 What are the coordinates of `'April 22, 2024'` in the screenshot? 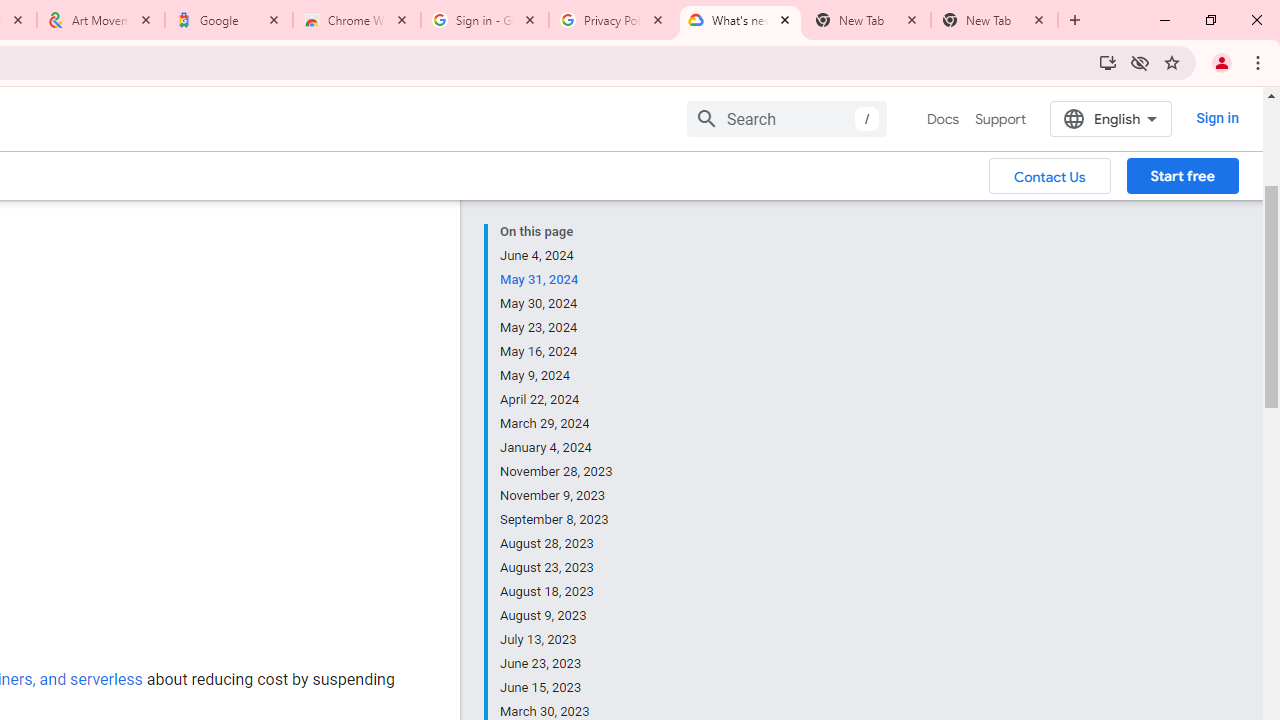 It's located at (557, 399).